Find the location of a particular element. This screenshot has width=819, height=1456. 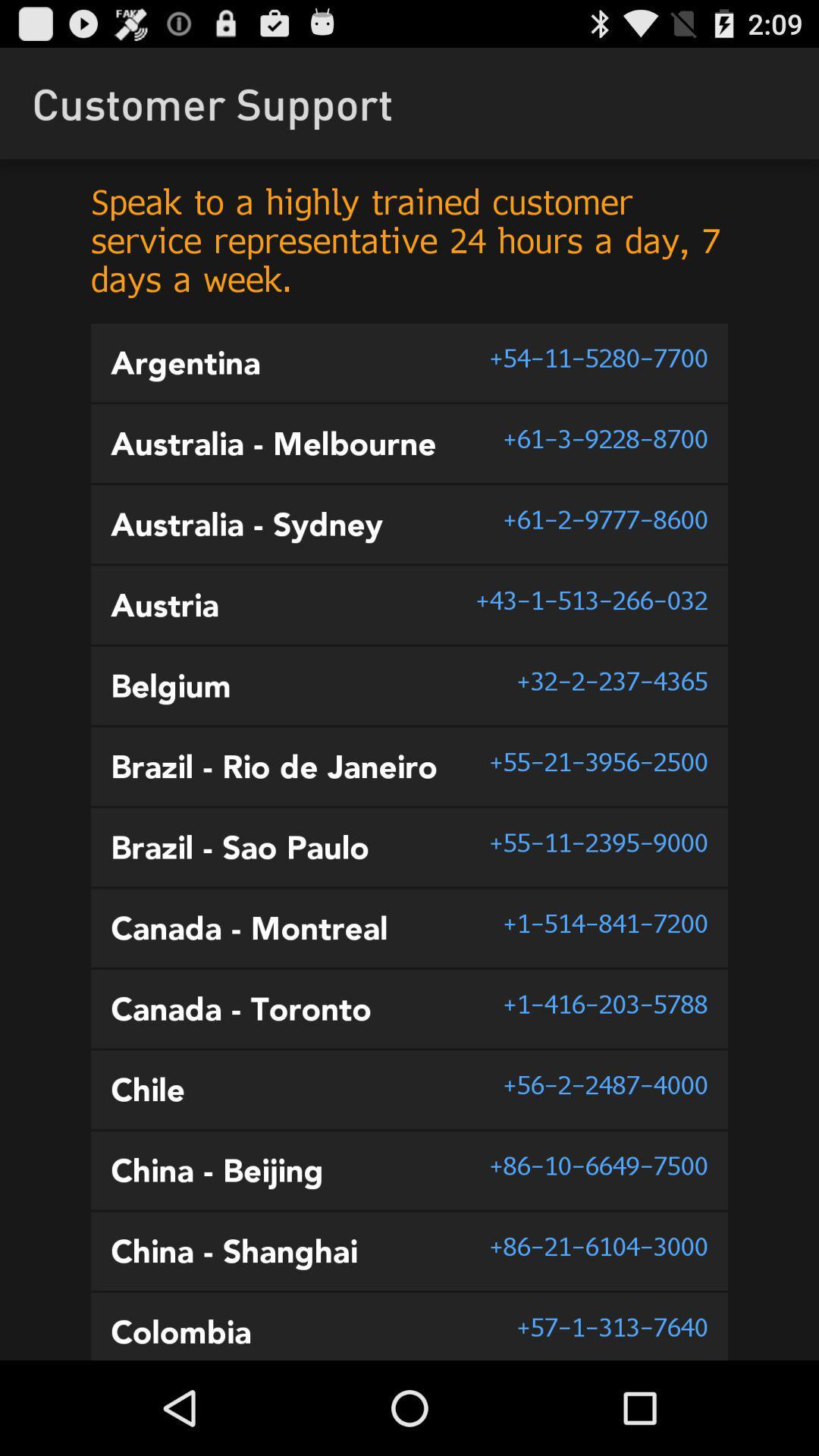

item next to the australia - sydney is located at coordinates (604, 519).